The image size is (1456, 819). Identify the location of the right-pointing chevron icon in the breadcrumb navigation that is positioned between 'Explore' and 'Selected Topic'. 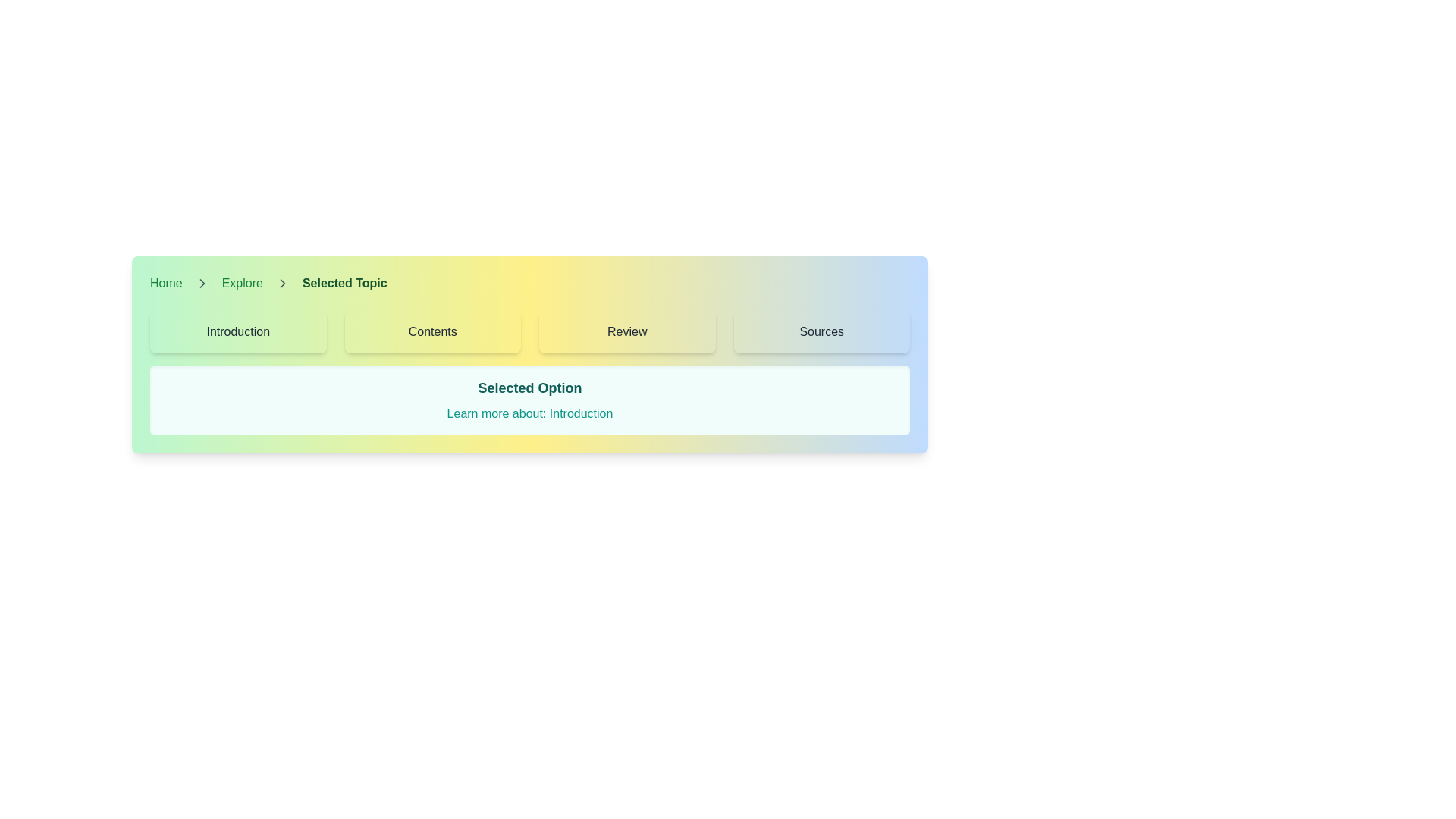
(282, 284).